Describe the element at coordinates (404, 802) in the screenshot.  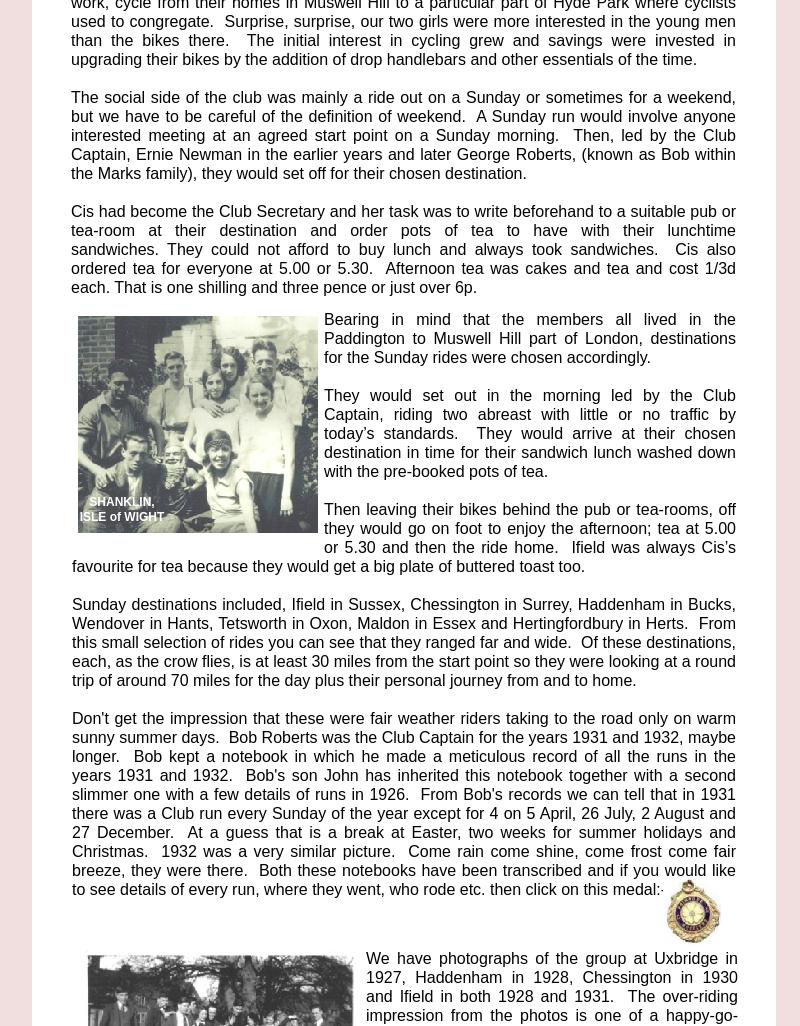
I see `'Don't get the impression that these were fair weather riders taking to the road only on warm sunny summer days.  Bob Roberts was the Club Captain for the years 1931 and 1932, maybe longer.  Bob kept a notebook in which he made a meticulous record of all the runs in the years 1931 and 1932.  Bob's son John has inherited this notebook together with a second slimmer one with a few details of runs in 1926.  From Bob's records we can tell that in 1931 there was a Club run every Sunday of the year except for 4 on 5 April, 26 July, 2 August and 27 December.  At a guess that is a break at Easter, two weeks for summer holidays and Christmas.  1932 was a very similar picture.  Come rain come shine, come frost come fair breeze, they were there.  Both these notebooks have been transcribed and if you would like to see details of every run, where they went, who rode etc. then click on this medal:-'` at that location.